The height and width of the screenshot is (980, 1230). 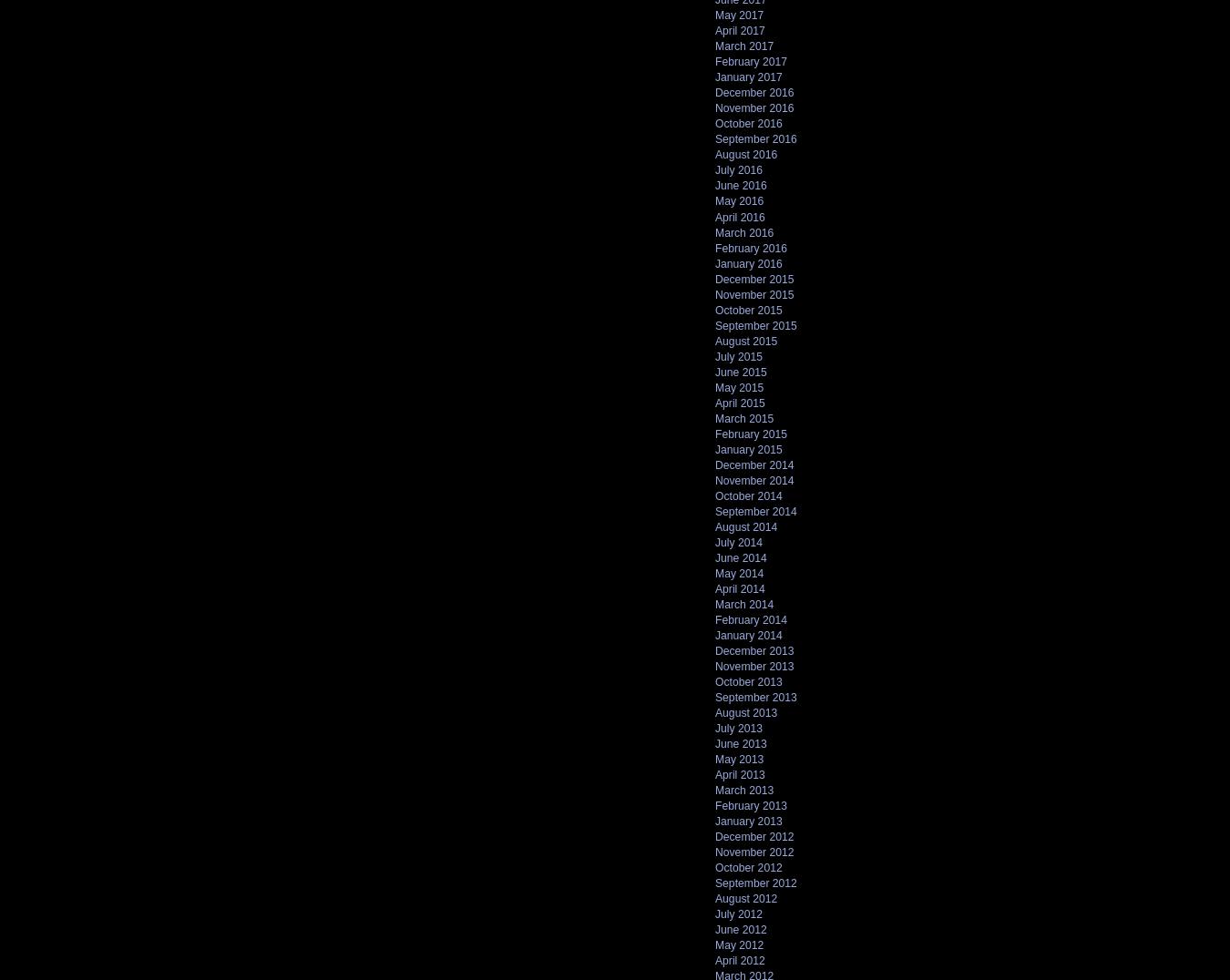 What do you see at coordinates (714, 914) in the screenshot?
I see `'July 2012'` at bounding box center [714, 914].